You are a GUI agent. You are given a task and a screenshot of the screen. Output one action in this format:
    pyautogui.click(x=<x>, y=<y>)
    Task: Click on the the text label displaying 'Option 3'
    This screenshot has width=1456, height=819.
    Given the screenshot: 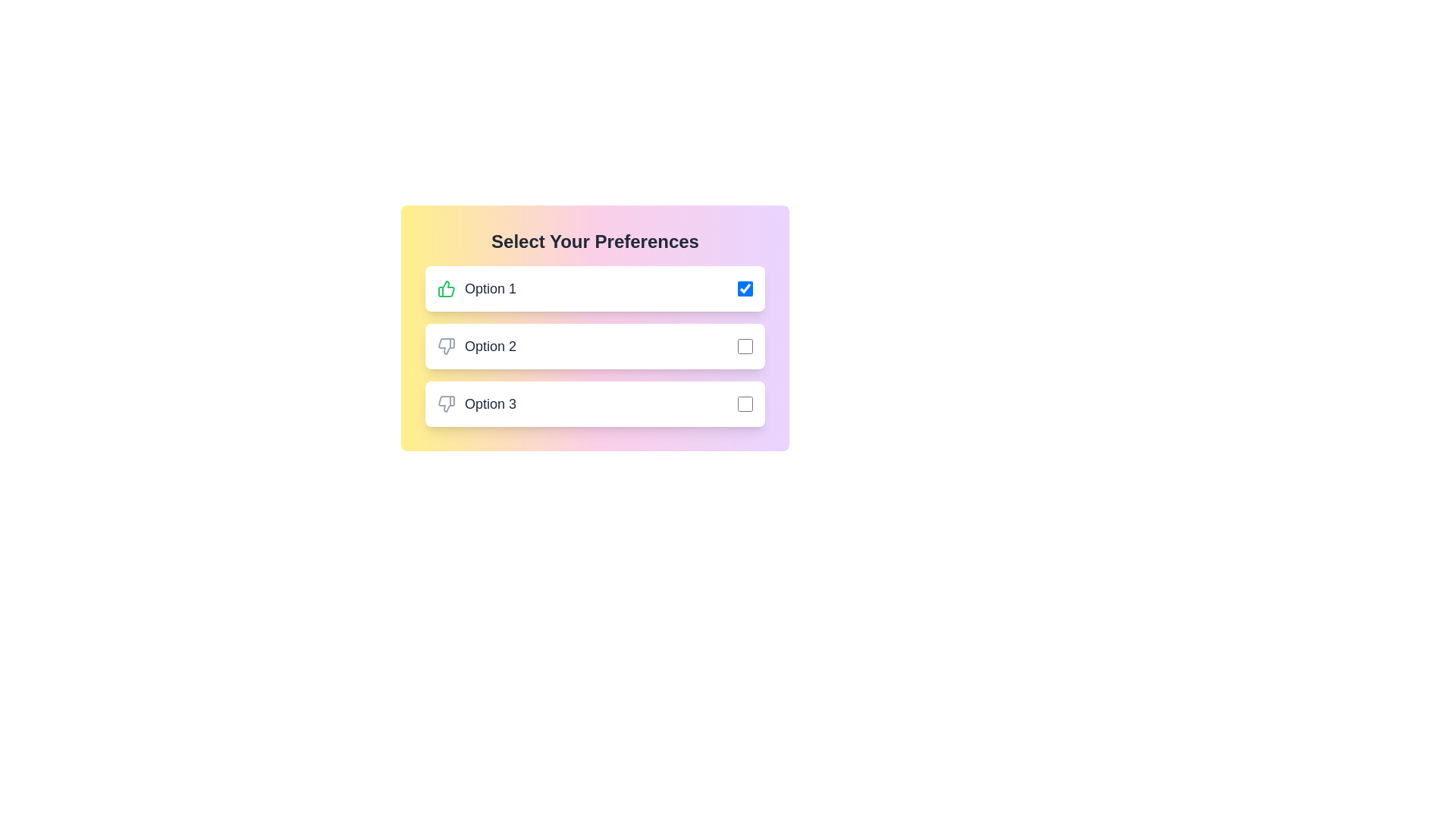 What is the action you would take?
    pyautogui.click(x=491, y=403)
    